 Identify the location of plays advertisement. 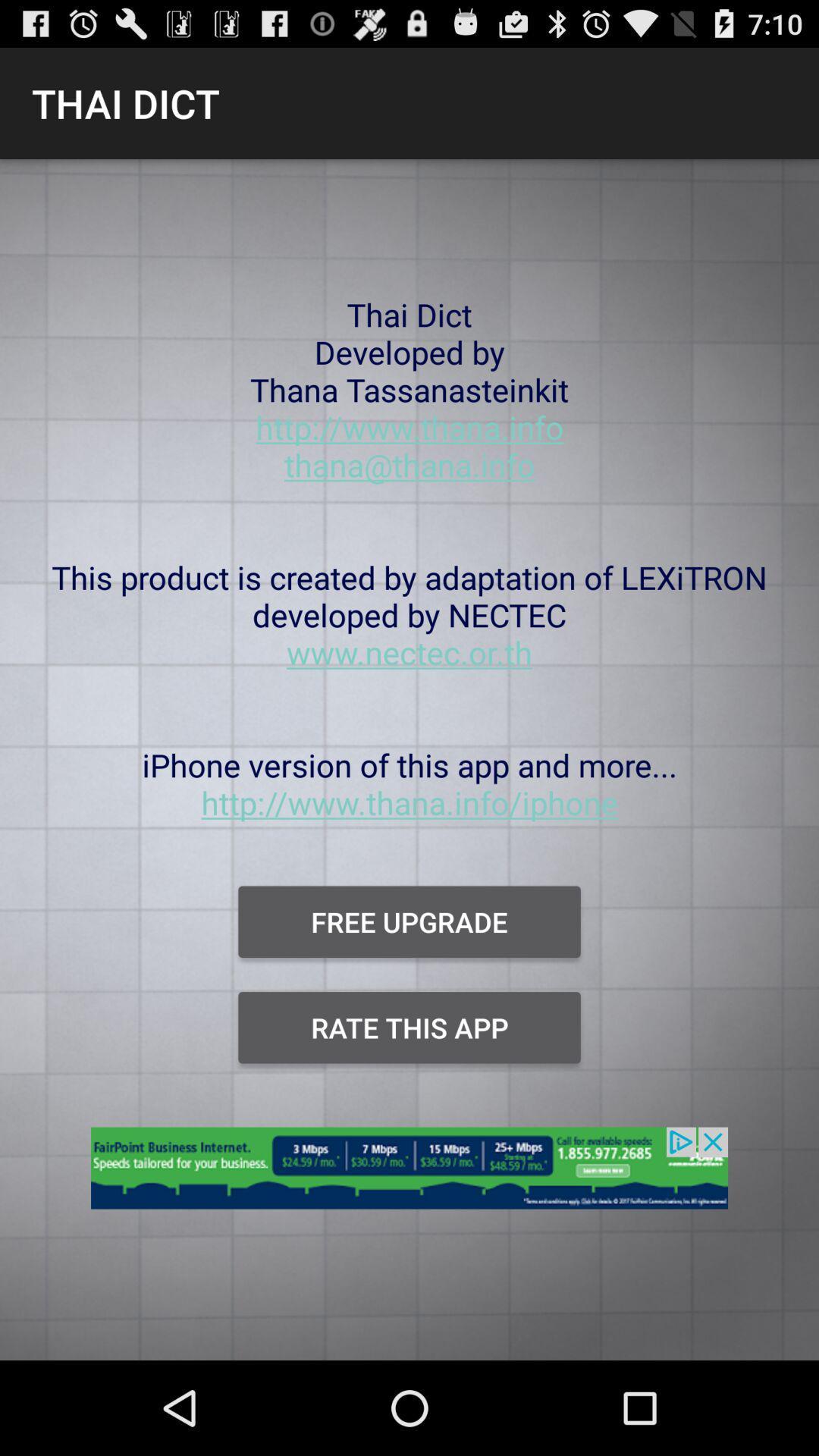
(409, 1176).